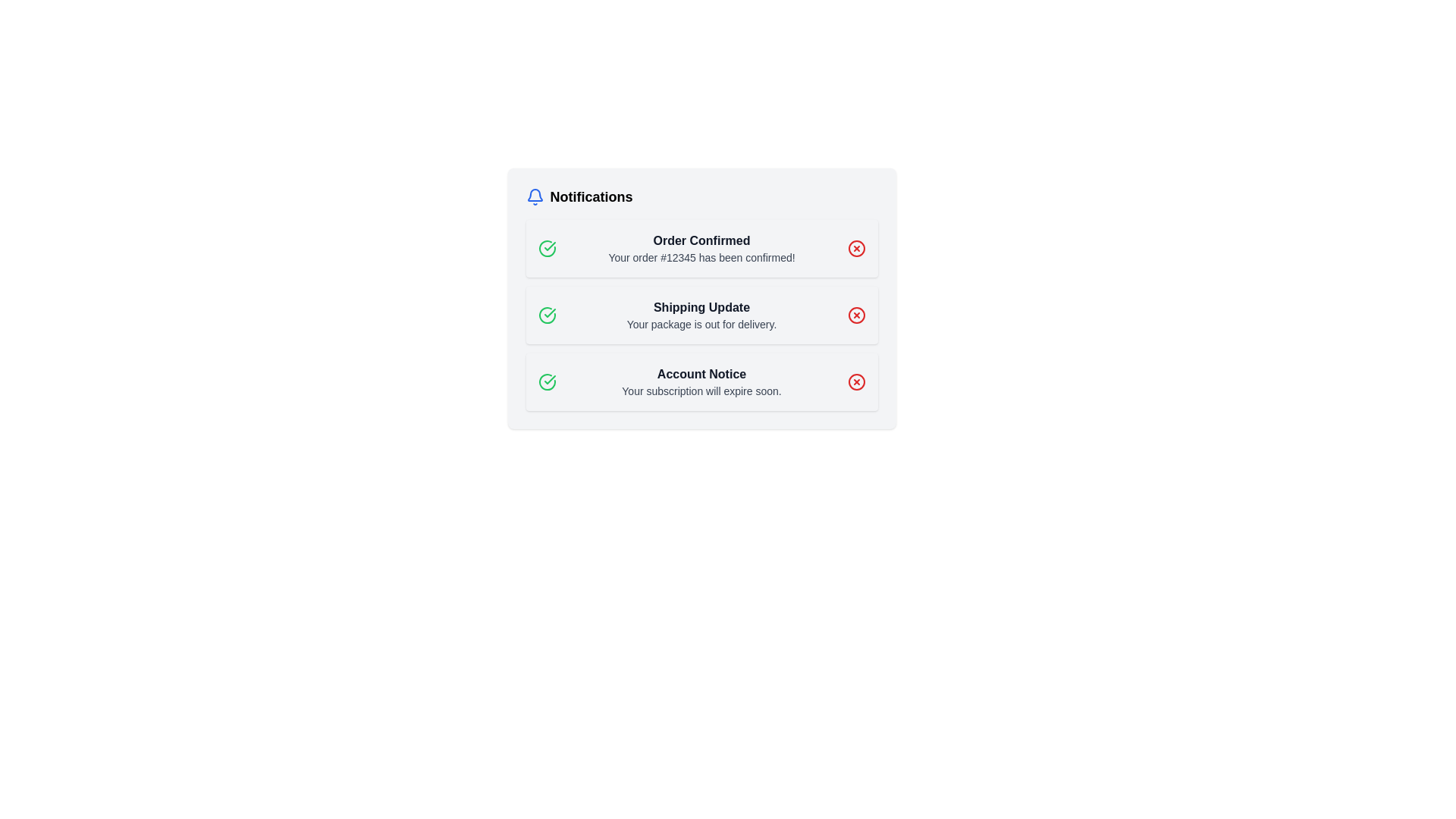 The image size is (1456, 819). I want to click on the green circular outline of the check icon in the third entry of the notification list, which indicates a positive status, so click(546, 381).